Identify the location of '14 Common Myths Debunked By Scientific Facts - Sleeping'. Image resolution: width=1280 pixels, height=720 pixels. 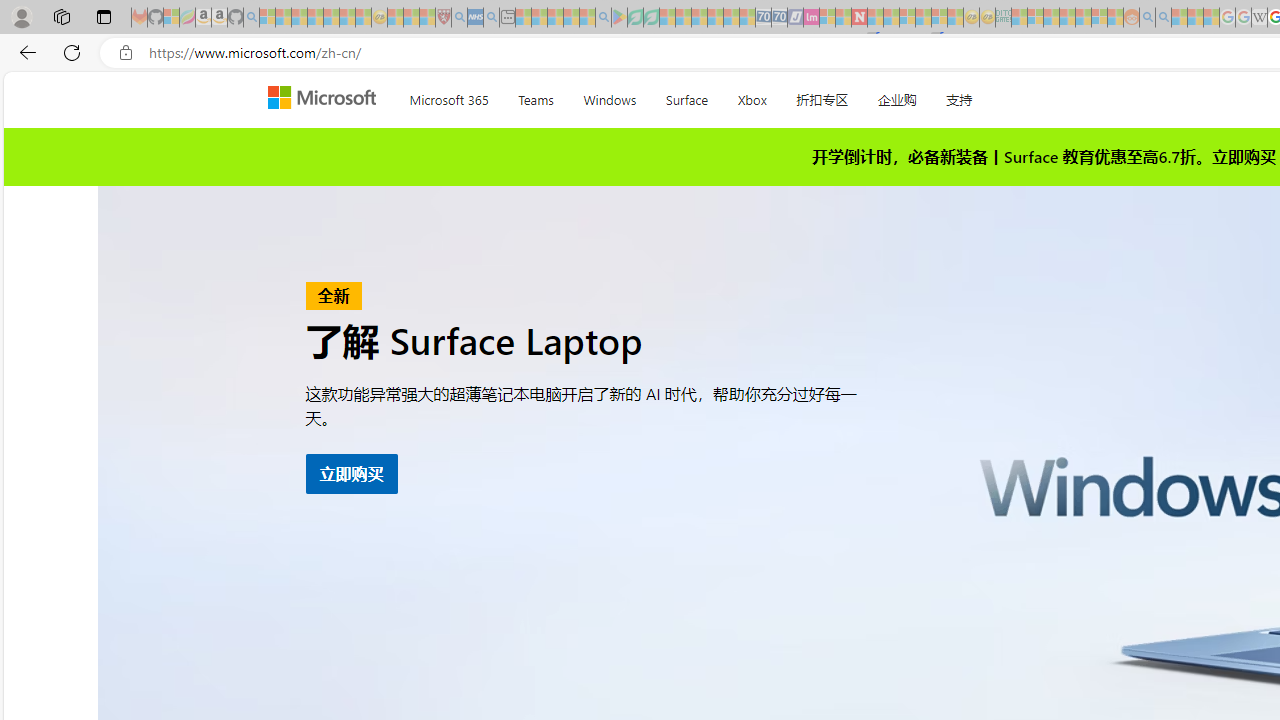
(890, 17).